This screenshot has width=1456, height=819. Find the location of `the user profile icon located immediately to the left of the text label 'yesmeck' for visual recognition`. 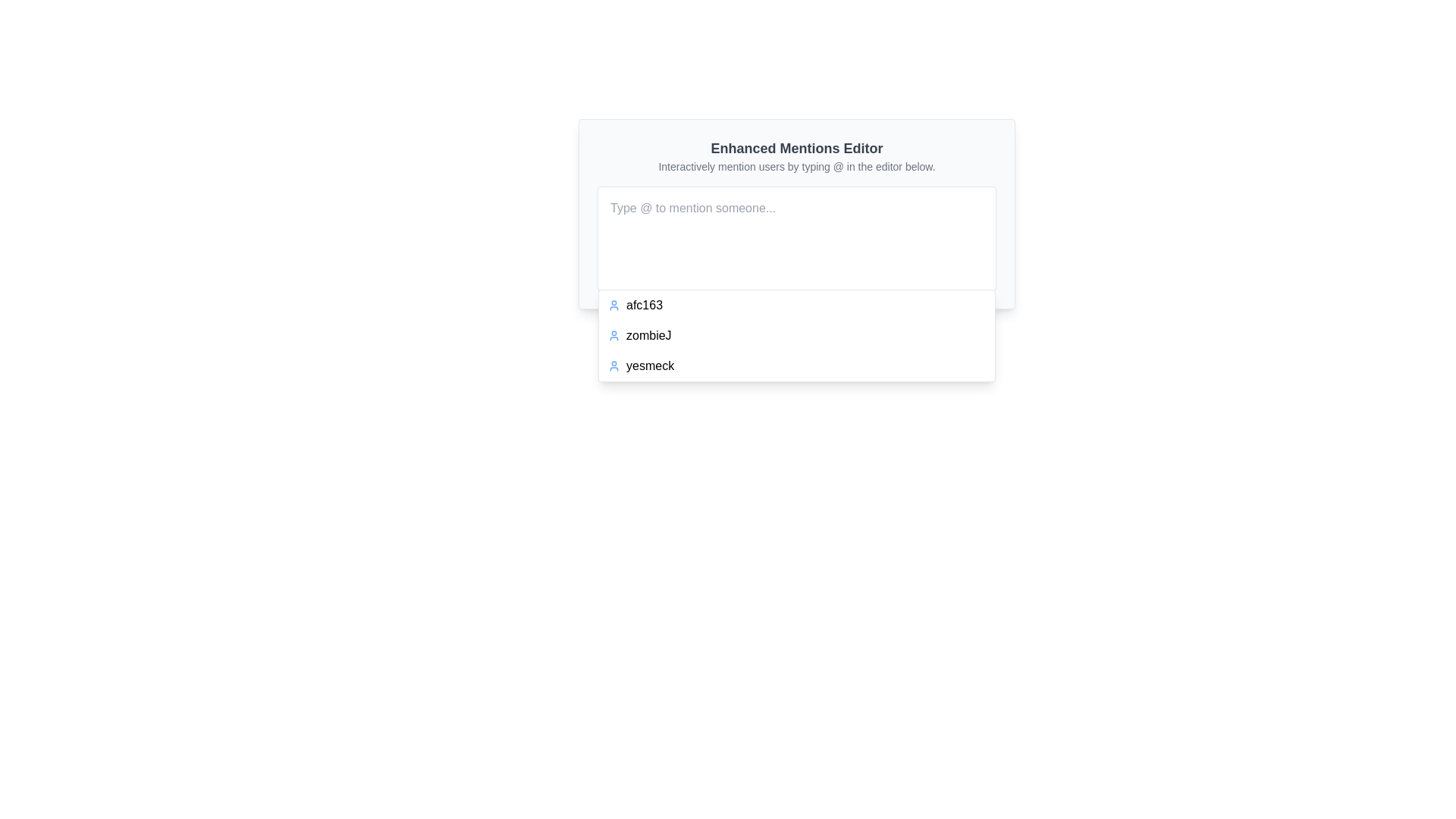

the user profile icon located immediately to the left of the text label 'yesmeck' for visual recognition is located at coordinates (614, 366).